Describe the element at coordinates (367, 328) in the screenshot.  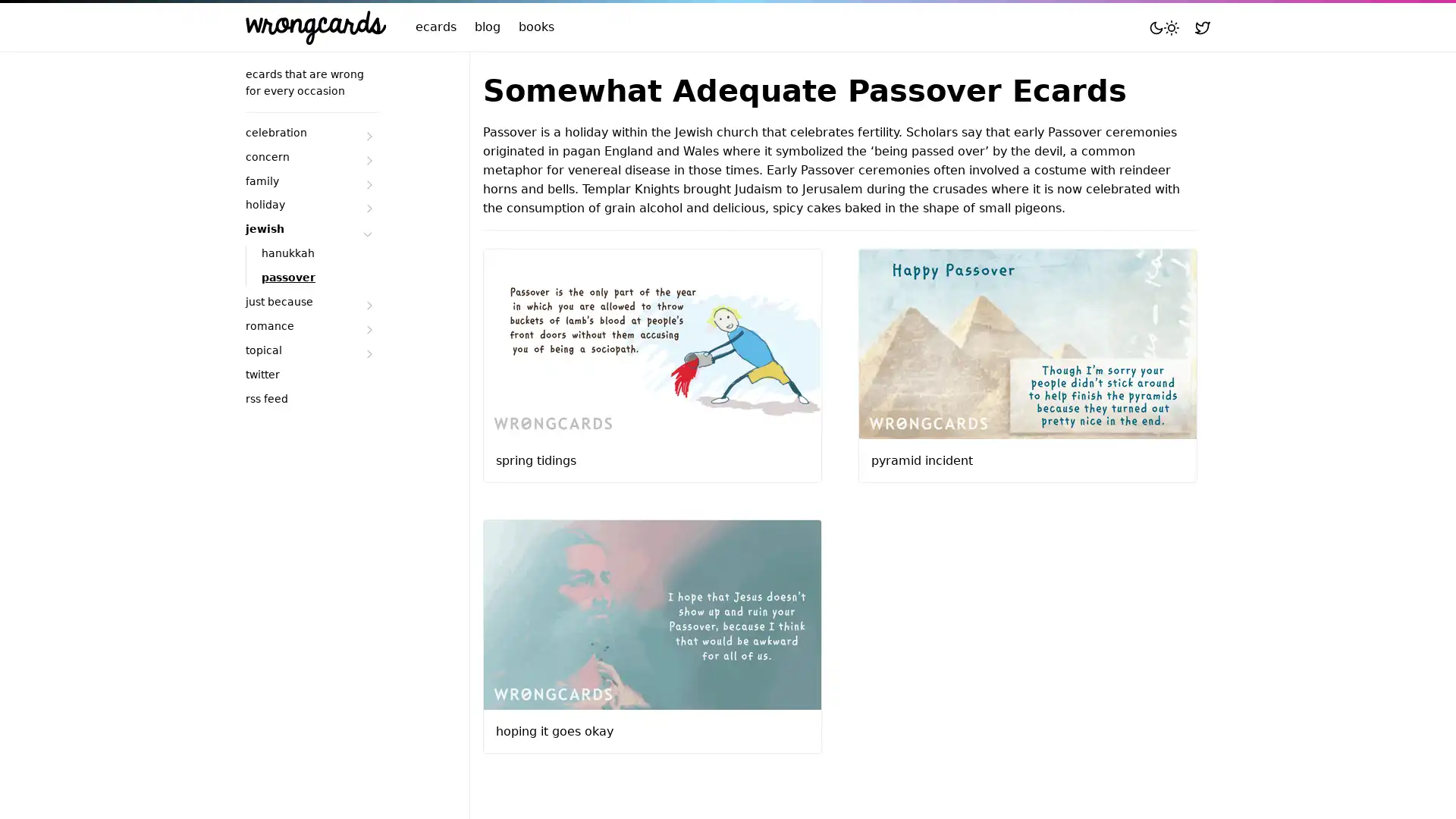
I see `Submenu` at that location.